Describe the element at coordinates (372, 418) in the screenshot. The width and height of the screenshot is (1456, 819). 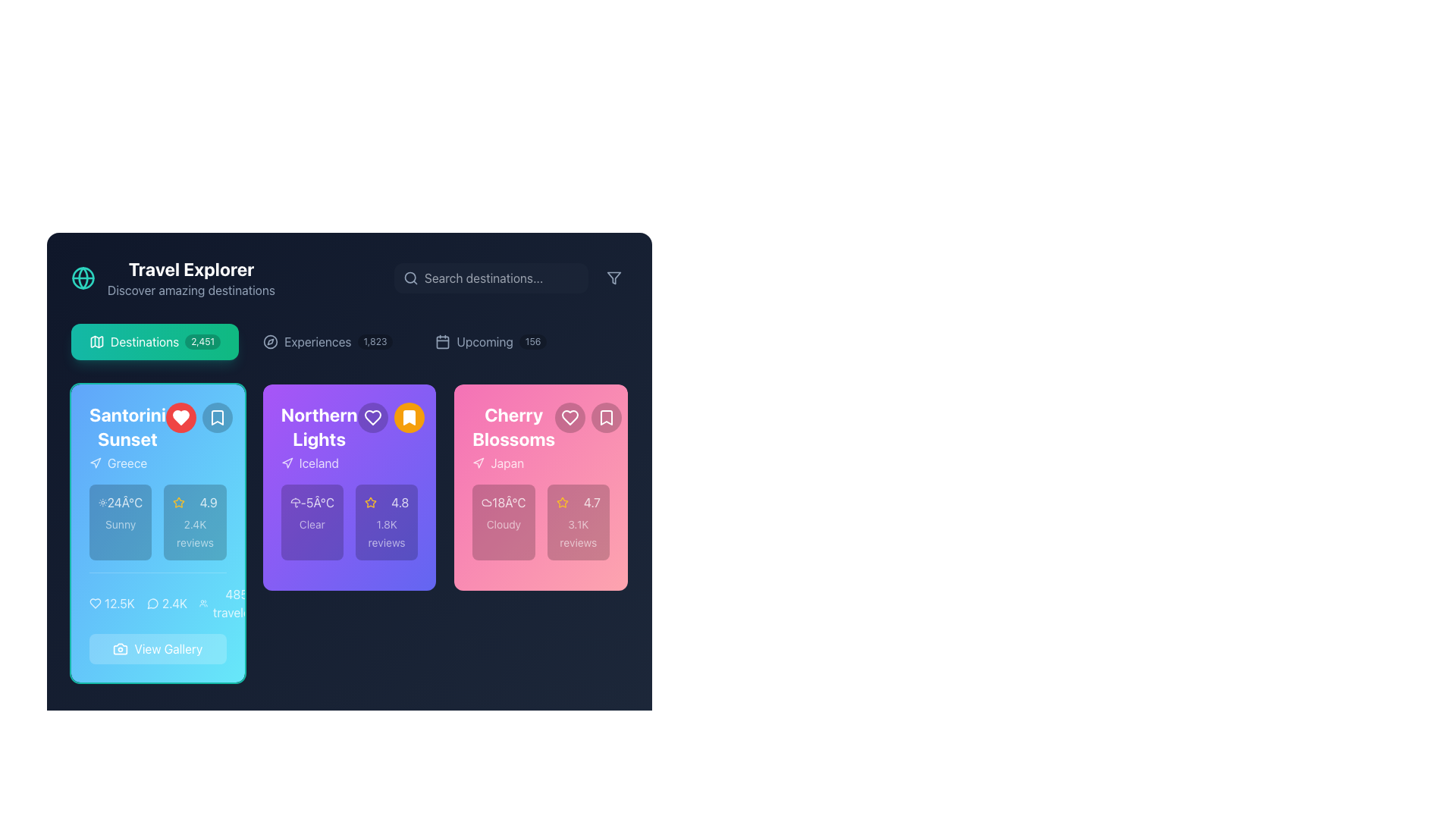
I see `the circular heart icon button located in the top-right corner of the purple card labeled 'Northern Lights' to favorite or like` at that location.